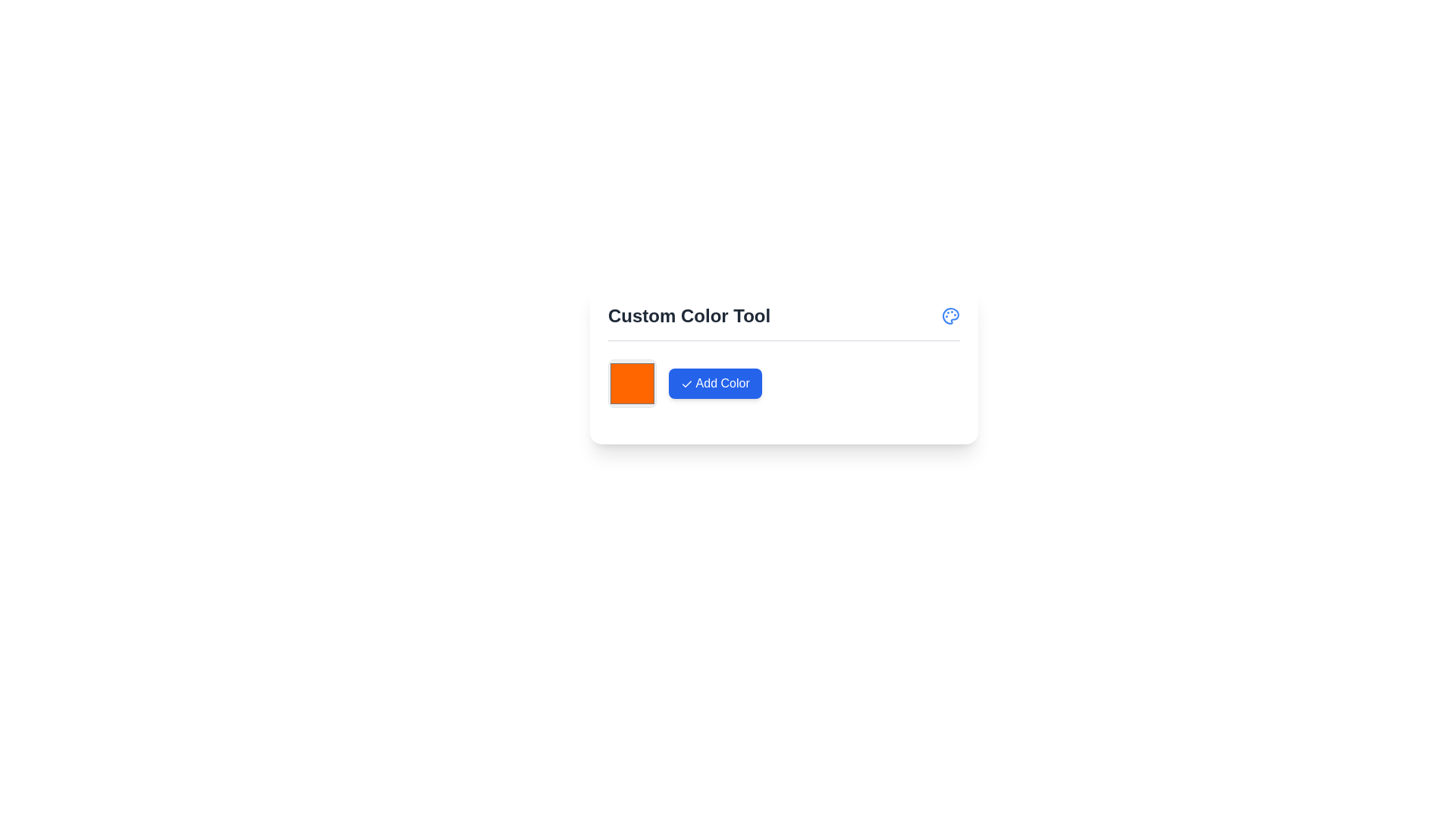  I want to click on the color palette icon located at the far right end of the header bar aligned with the 'Custom Color Tool' title, so click(949, 315).